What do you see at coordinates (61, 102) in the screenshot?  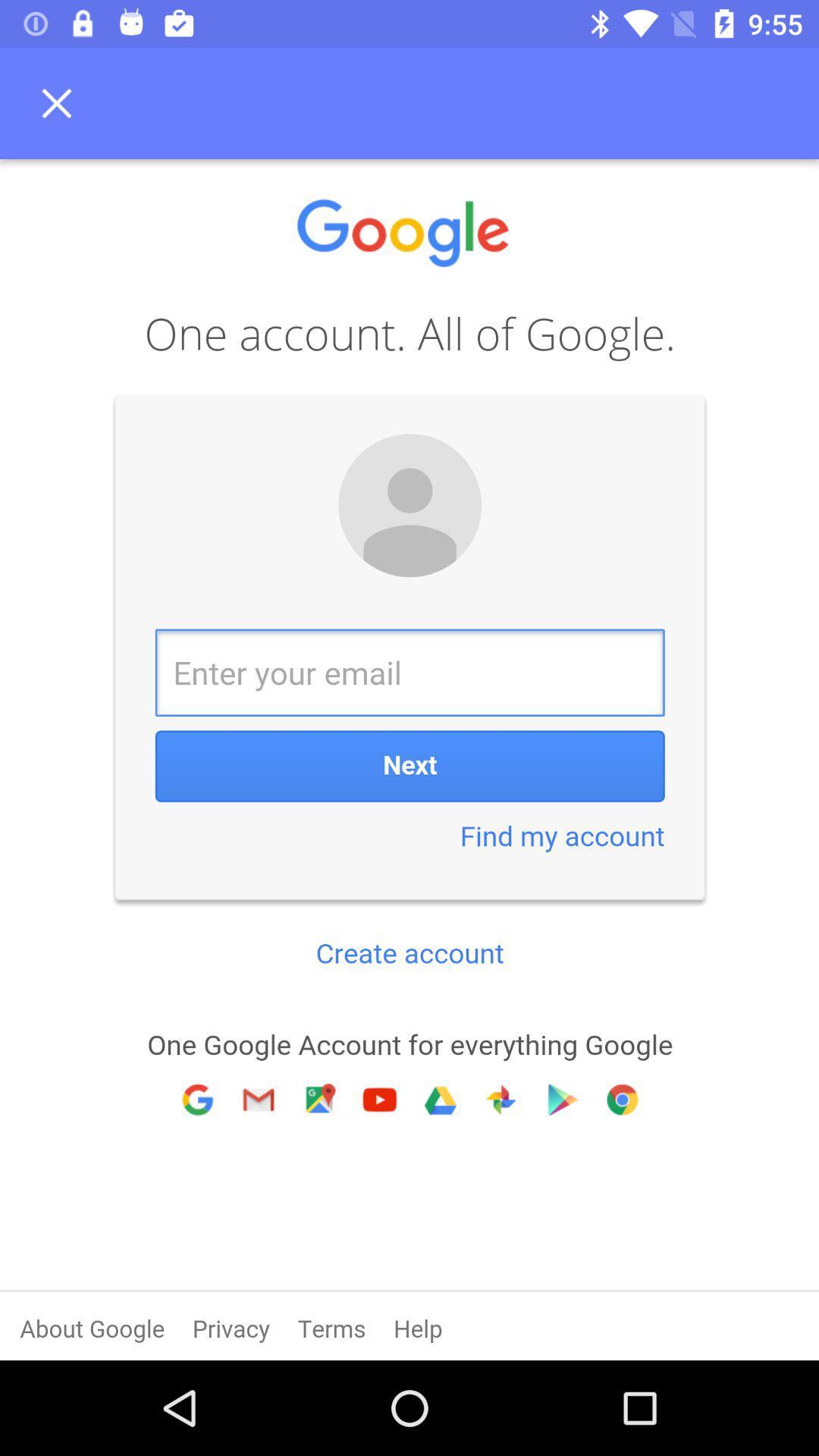 I see `screen` at bounding box center [61, 102].